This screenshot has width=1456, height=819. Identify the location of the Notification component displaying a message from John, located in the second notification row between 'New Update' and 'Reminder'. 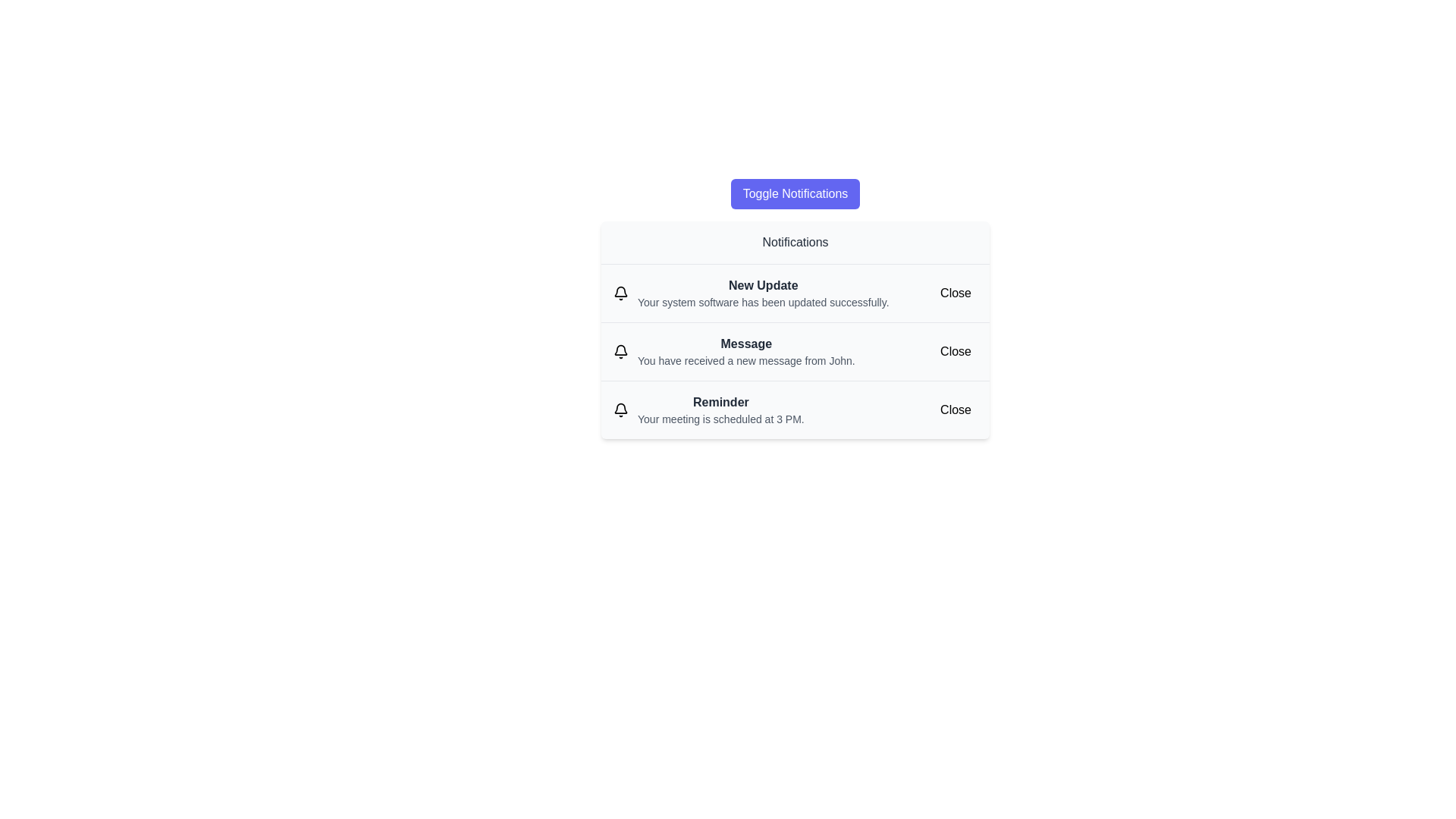
(746, 351).